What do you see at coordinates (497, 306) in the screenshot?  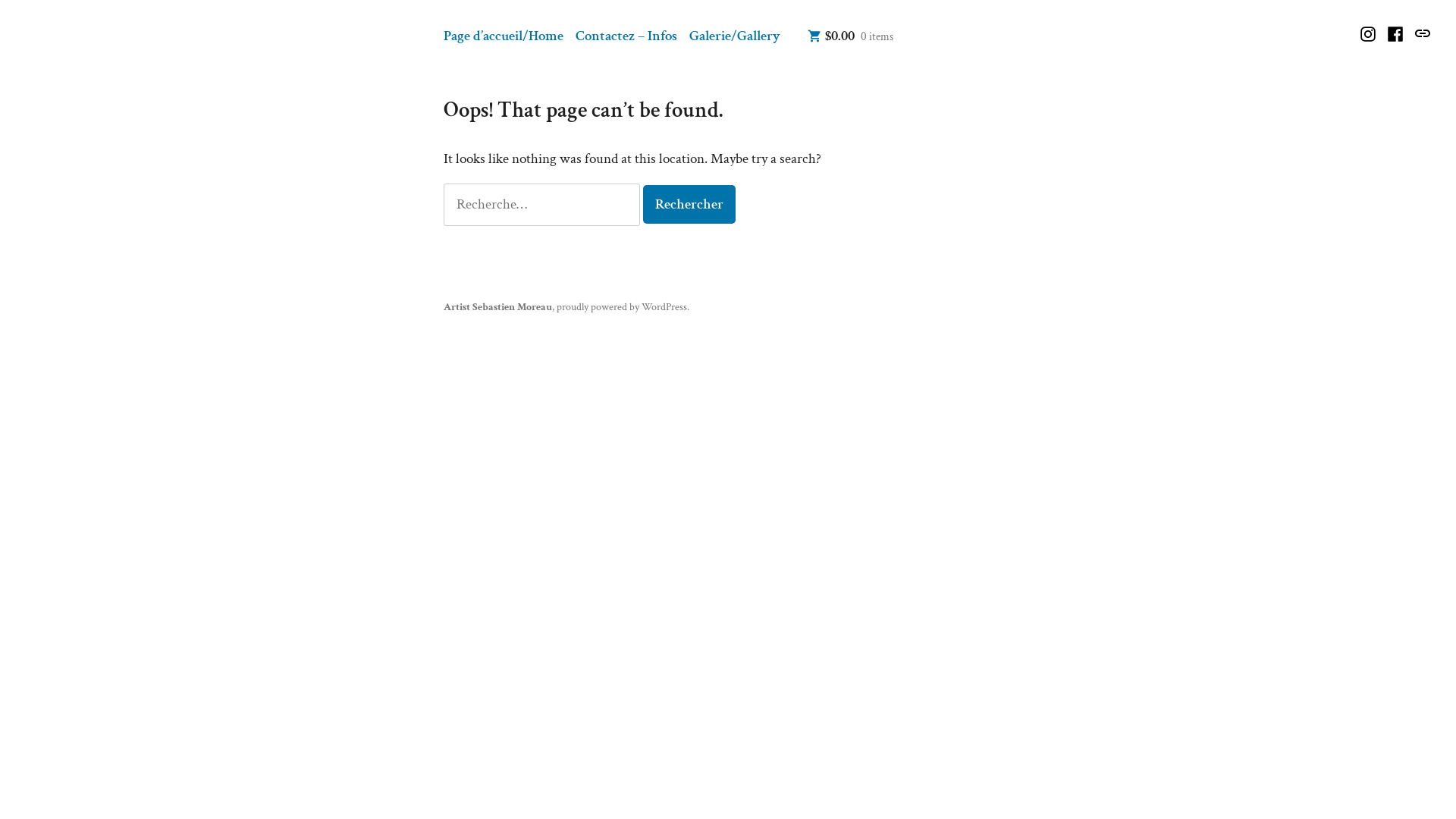 I see `'Artist Sebastien Moreau'` at bounding box center [497, 306].